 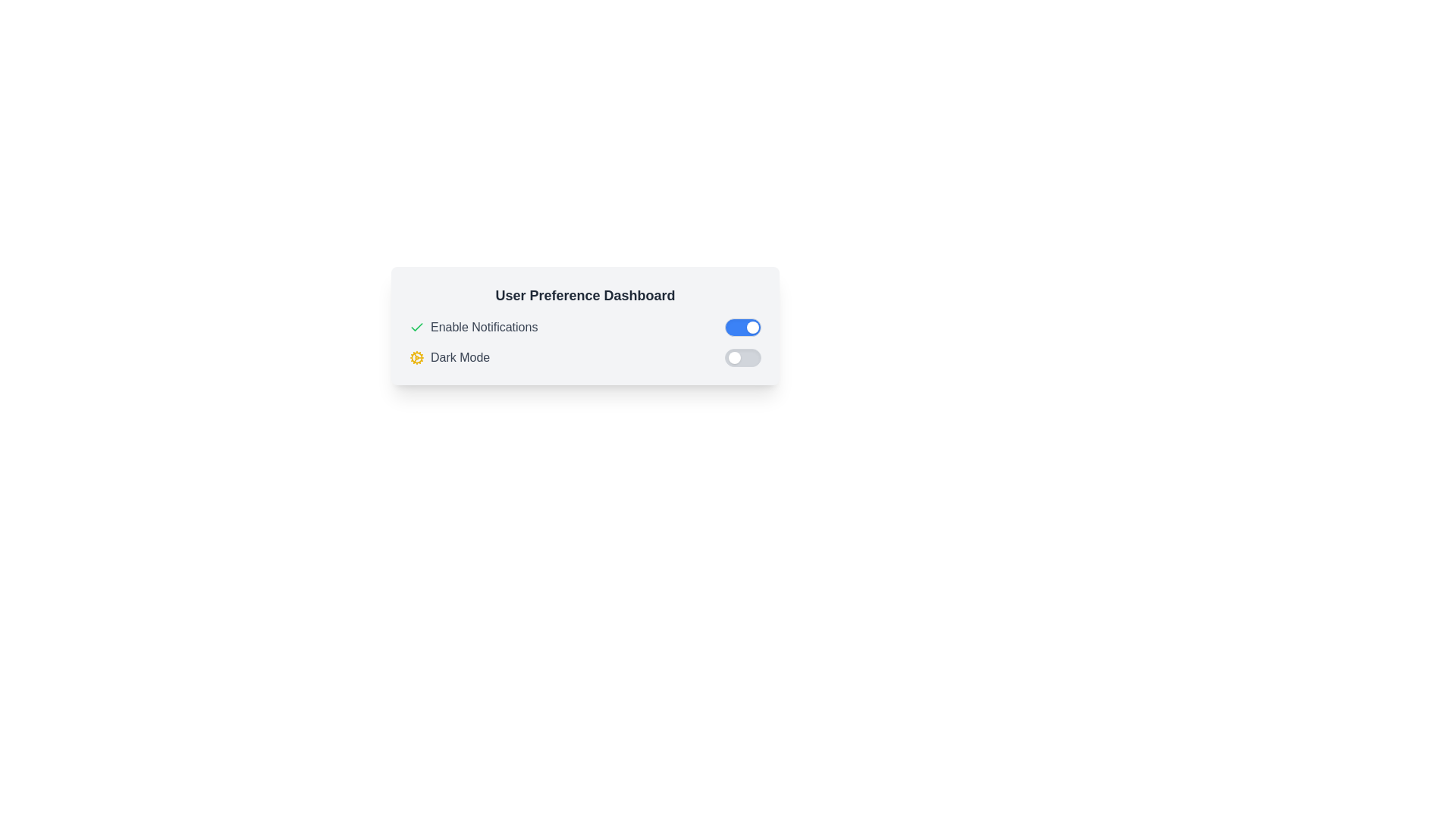 I want to click on the thumb of the second Toggle Switch for 'Dark Mode', so click(x=742, y=357).